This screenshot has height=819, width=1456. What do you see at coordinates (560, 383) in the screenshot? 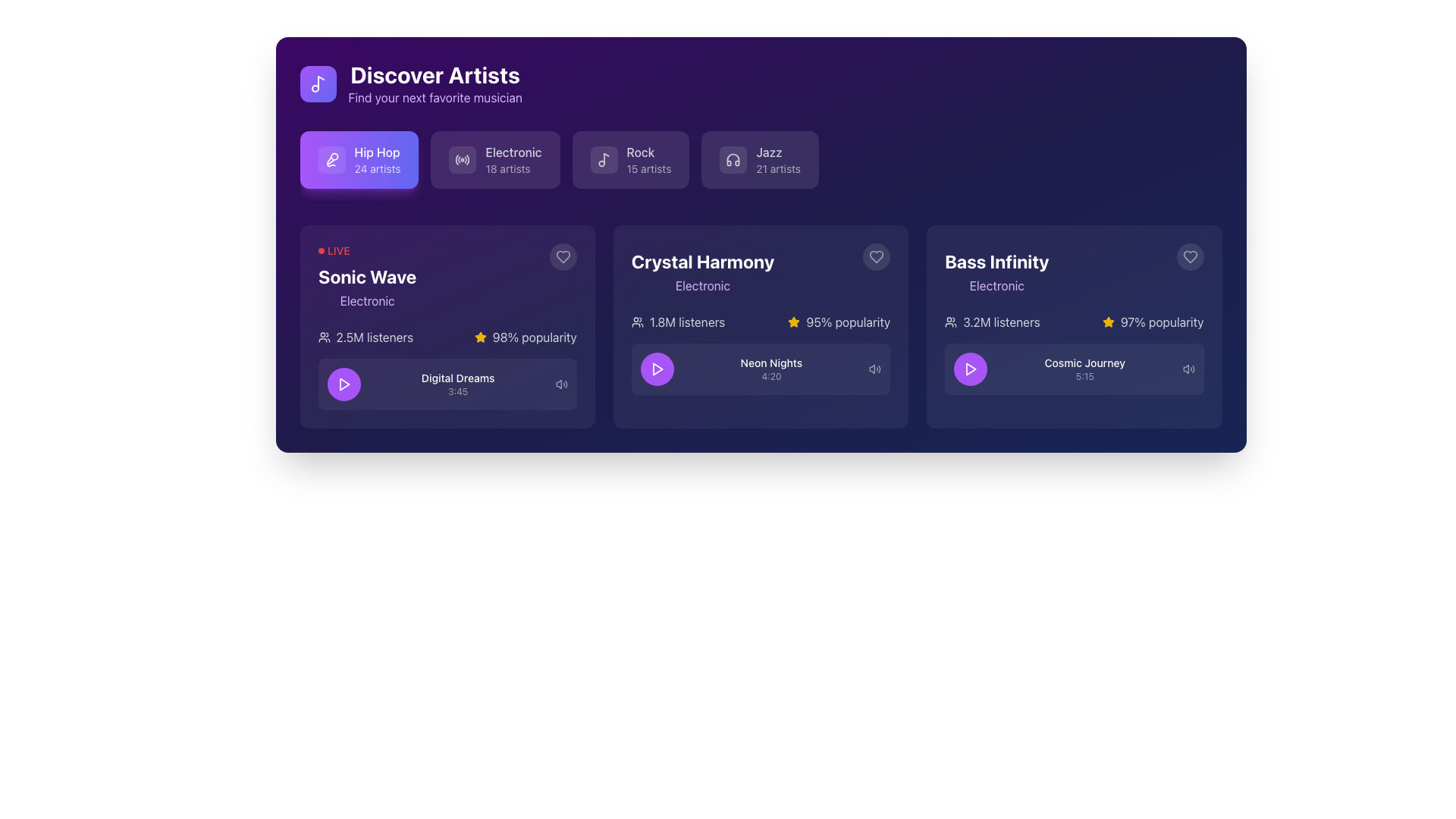
I see `the volume icon located at the far-right end of the 'Digital Dreams 3:45' row` at bounding box center [560, 383].